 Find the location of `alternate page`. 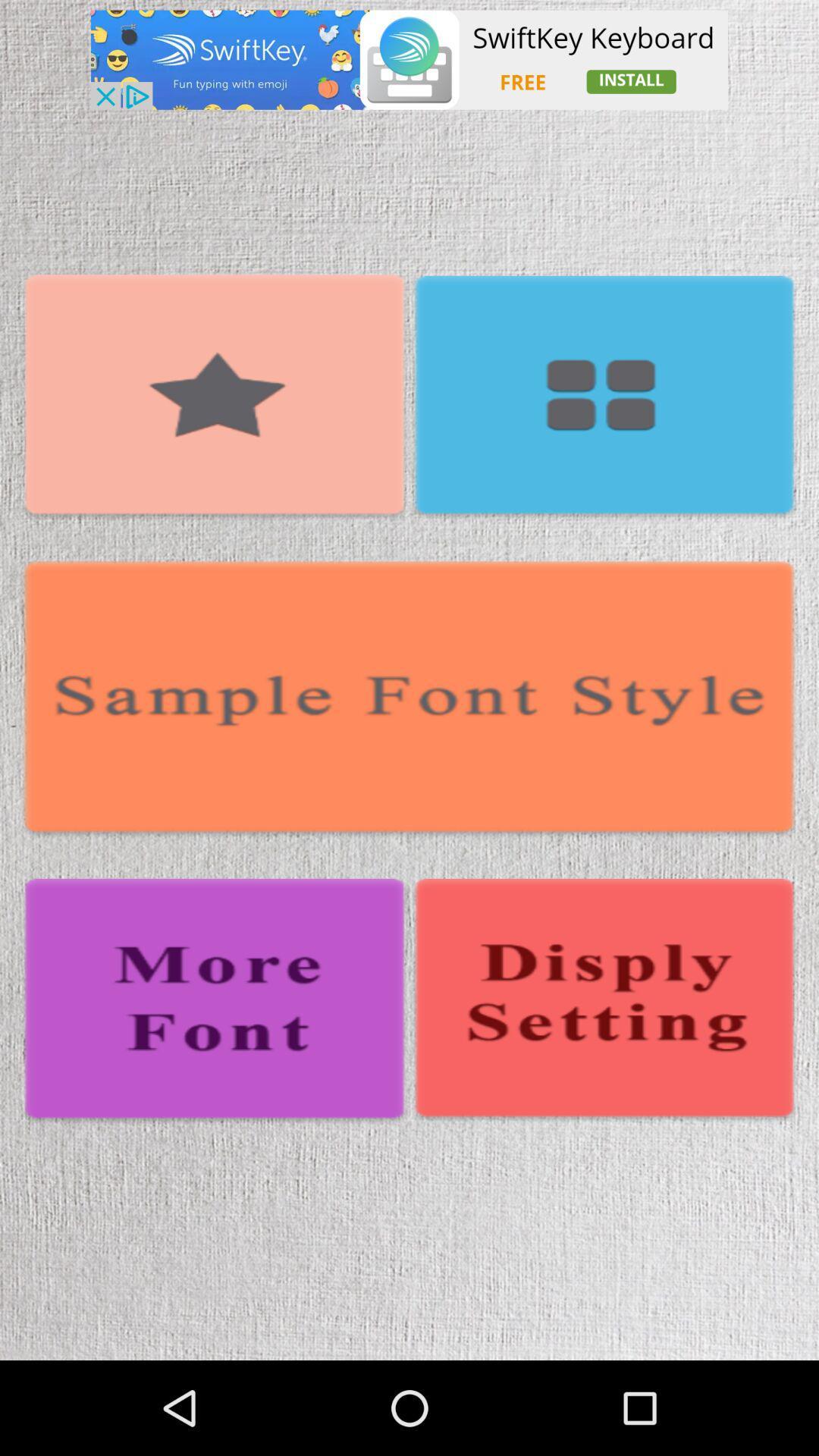

alternate page is located at coordinates (603, 1001).